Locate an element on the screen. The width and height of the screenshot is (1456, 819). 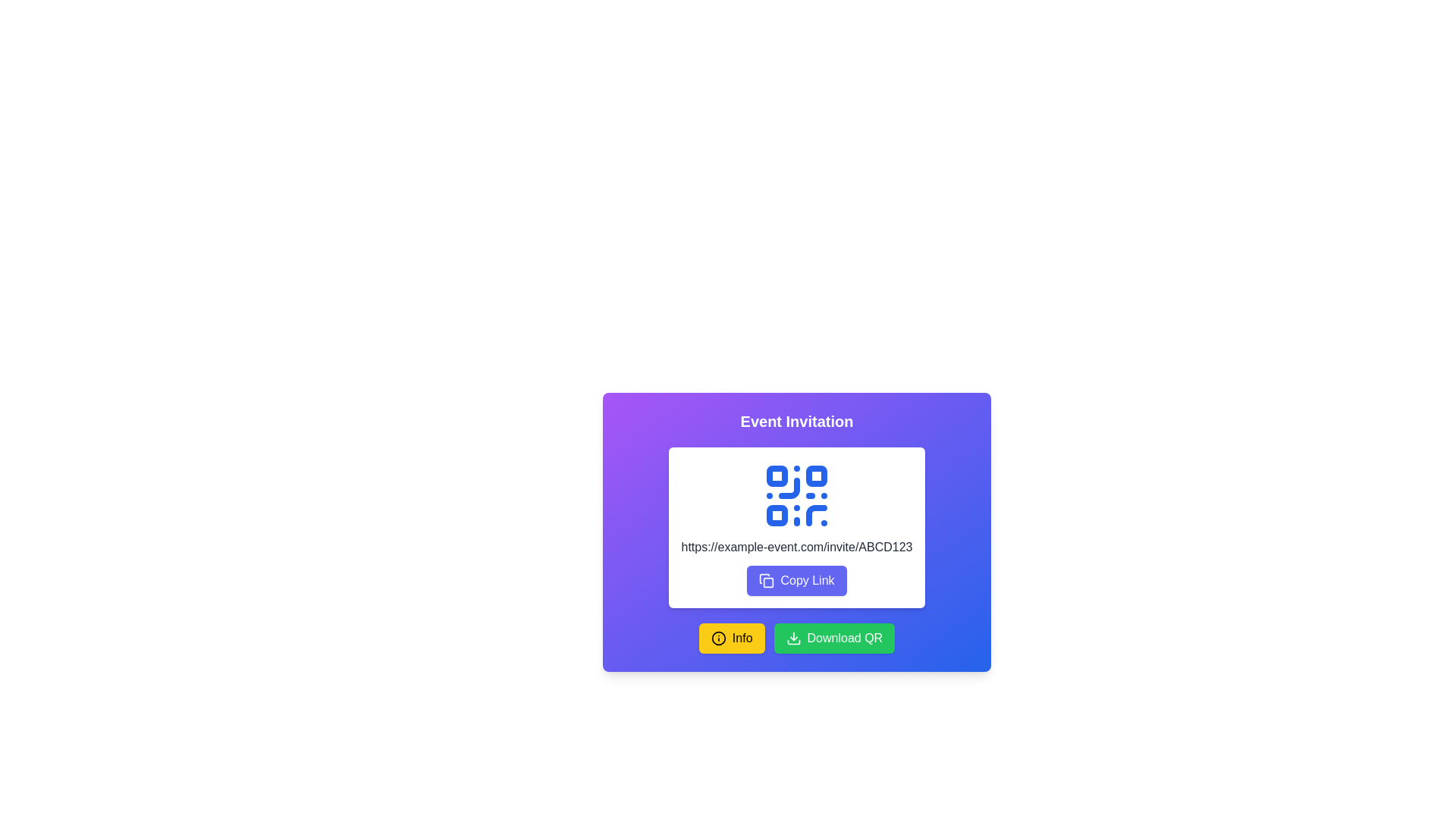
the green 'Download QR' button located in the lower-right corner of the button group to download the QR code is located at coordinates (833, 638).